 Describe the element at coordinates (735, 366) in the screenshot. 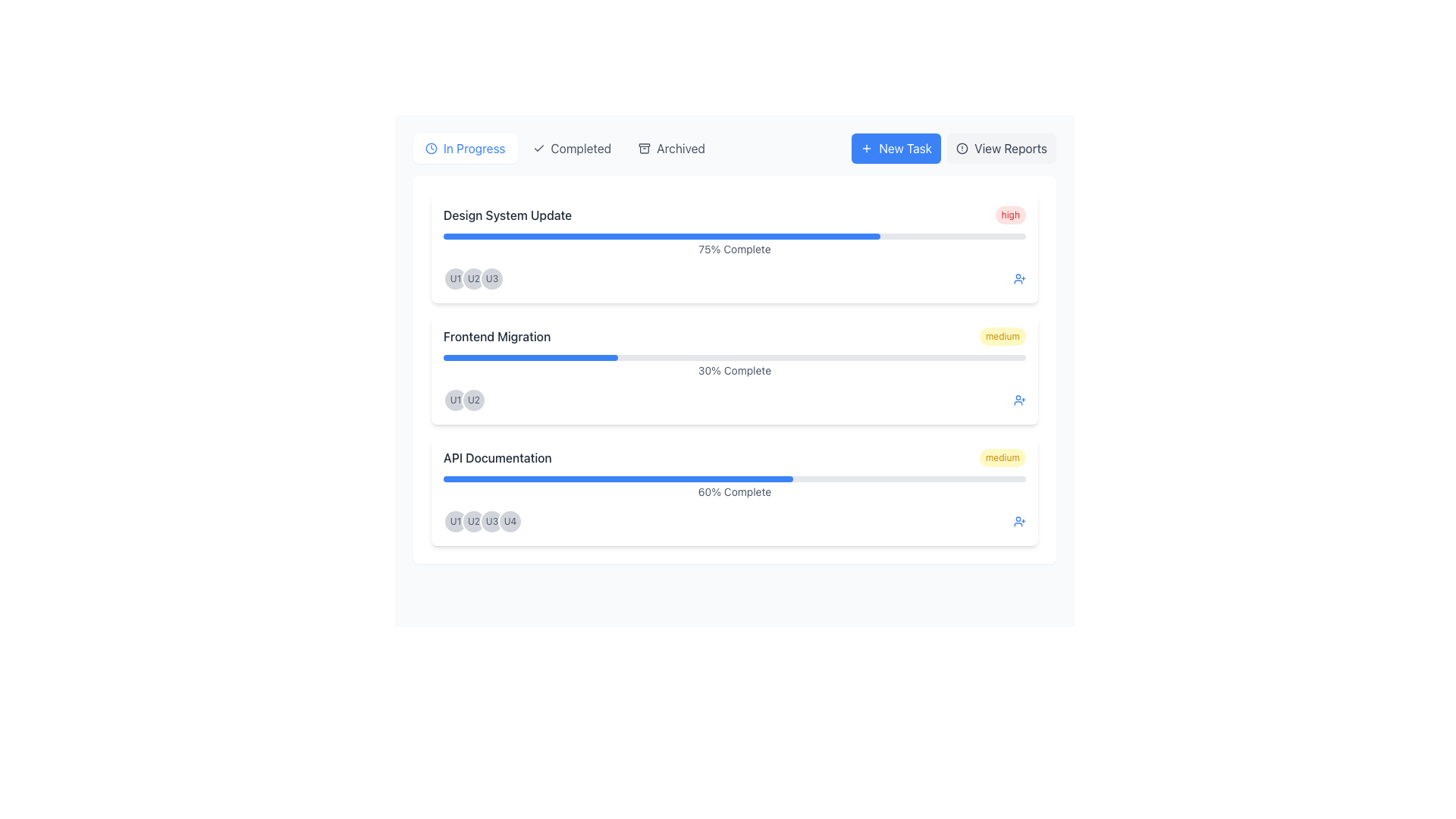

I see `the Progress indicator for the 'Frontend Migration' task` at that location.